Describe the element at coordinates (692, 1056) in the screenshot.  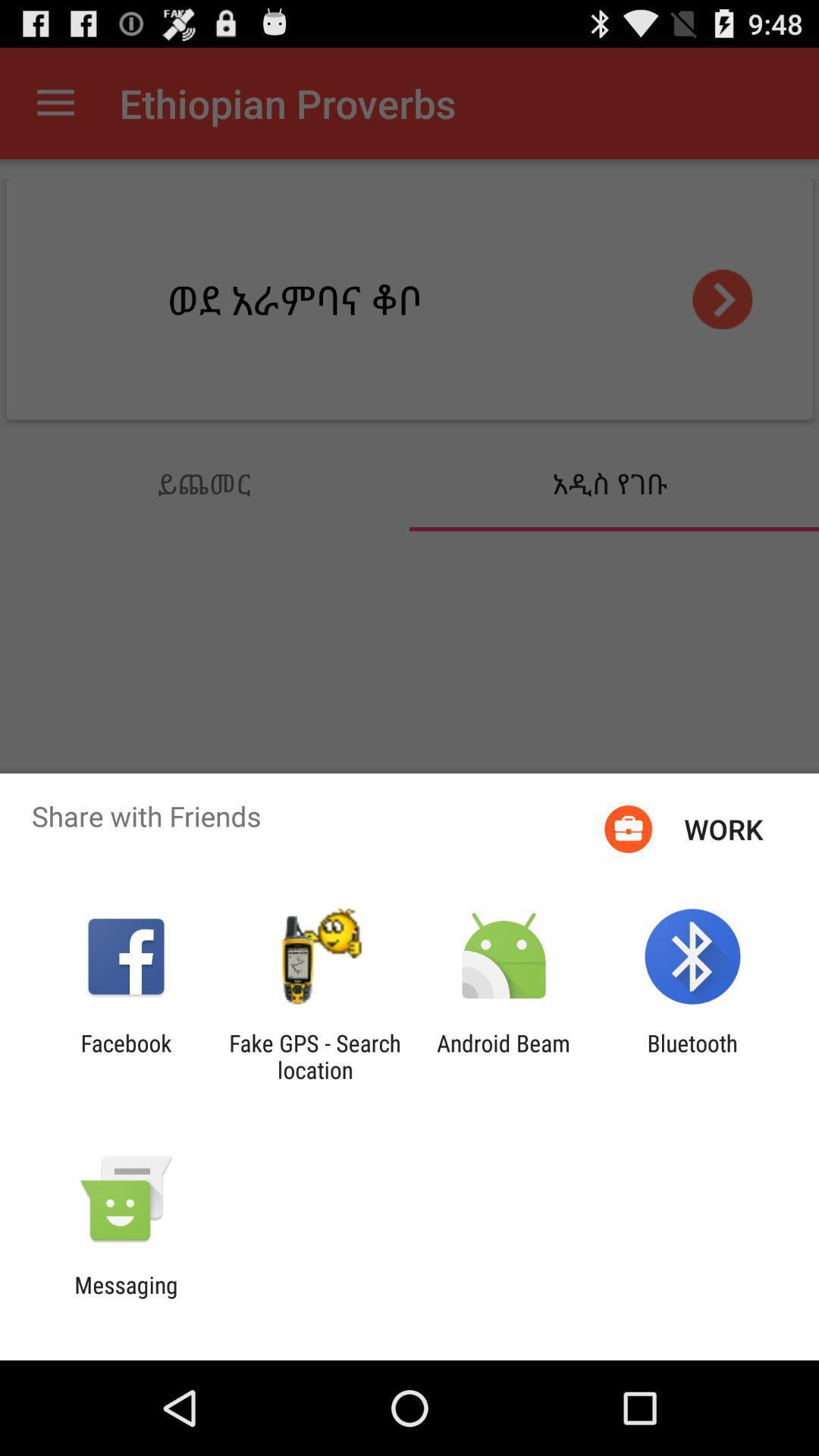
I see `app to the right of the android beam item` at that location.